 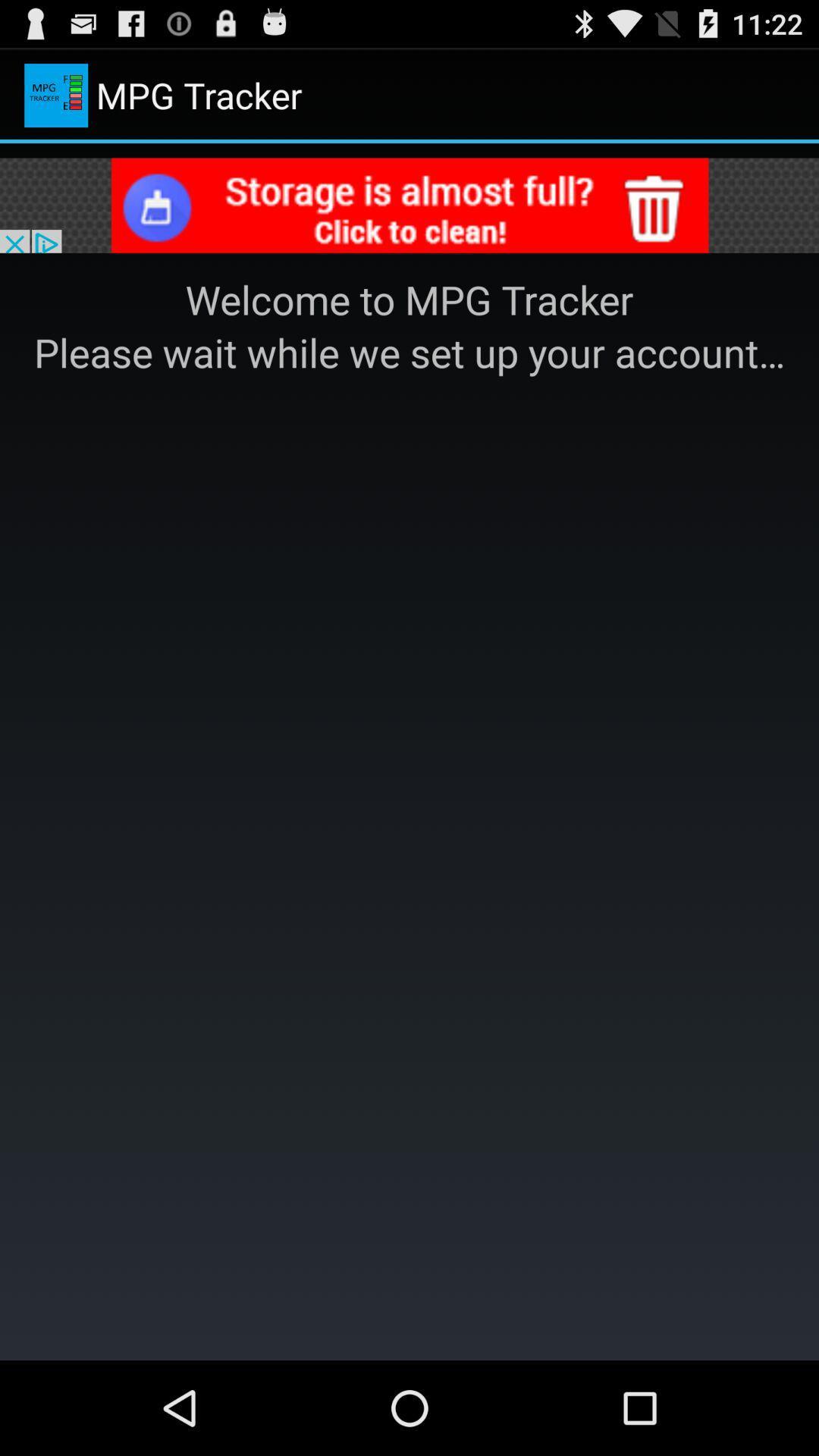 What do you see at coordinates (409, 207) in the screenshot?
I see `selected advertisement` at bounding box center [409, 207].